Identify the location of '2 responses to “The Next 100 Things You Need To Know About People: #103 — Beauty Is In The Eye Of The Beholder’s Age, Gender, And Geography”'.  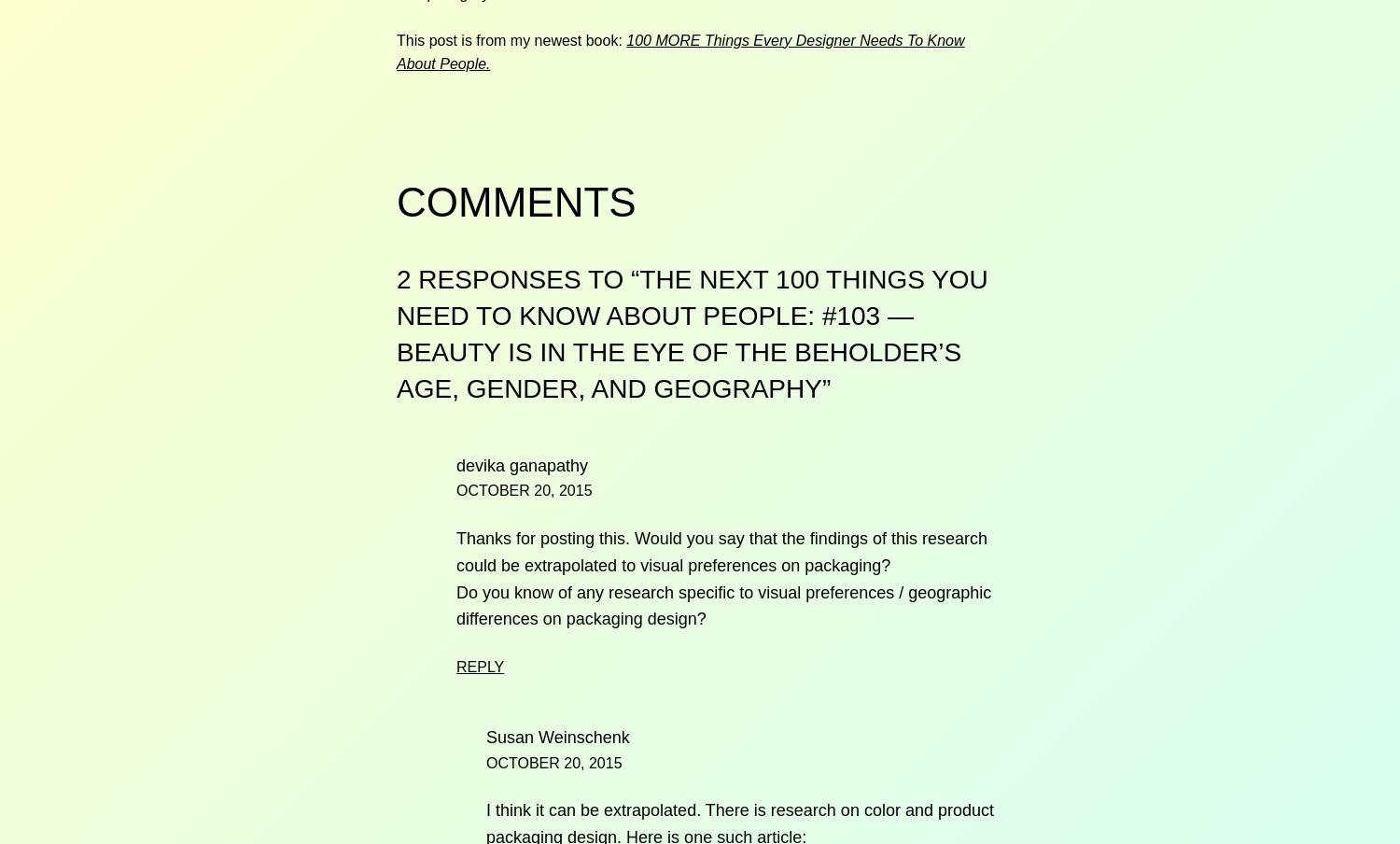
(691, 332).